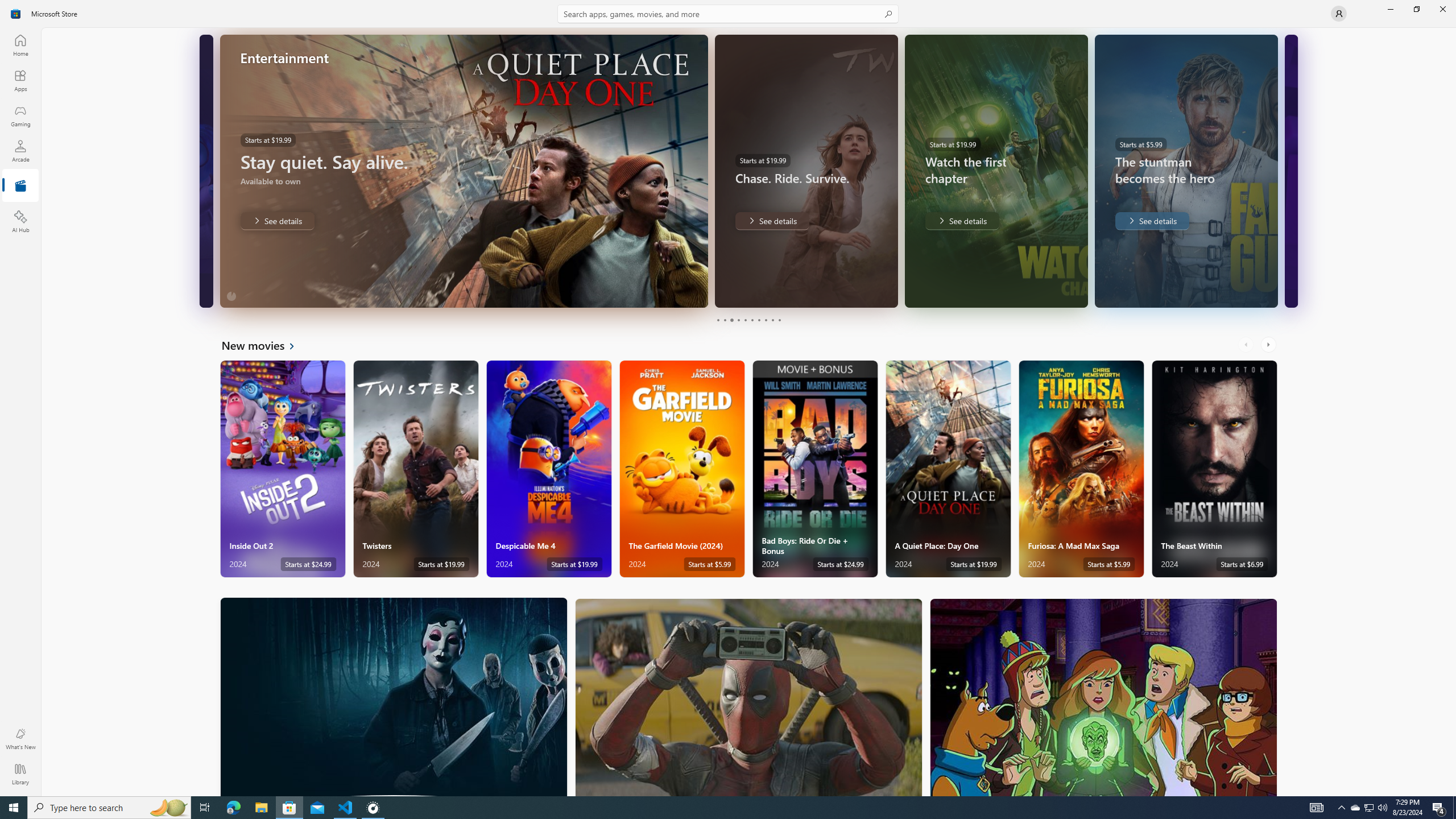  What do you see at coordinates (16, 13) in the screenshot?
I see `'Class: Image'` at bounding box center [16, 13].